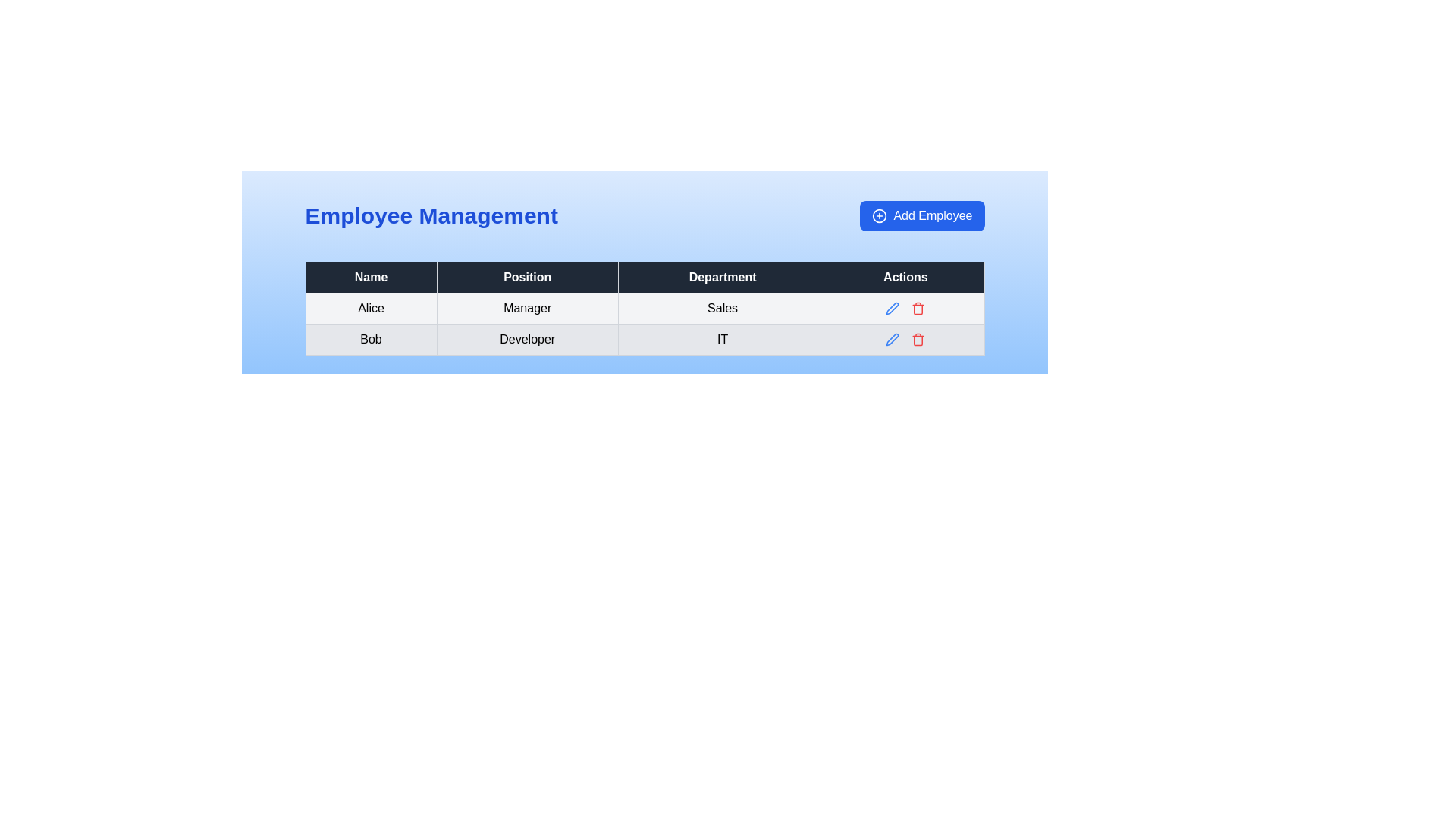 The image size is (1456, 819). What do you see at coordinates (371, 278) in the screenshot?
I see `the Table Header Cell that labels the 'Name' column in the table, which is located at the top-left corner of the table` at bounding box center [371, 278].